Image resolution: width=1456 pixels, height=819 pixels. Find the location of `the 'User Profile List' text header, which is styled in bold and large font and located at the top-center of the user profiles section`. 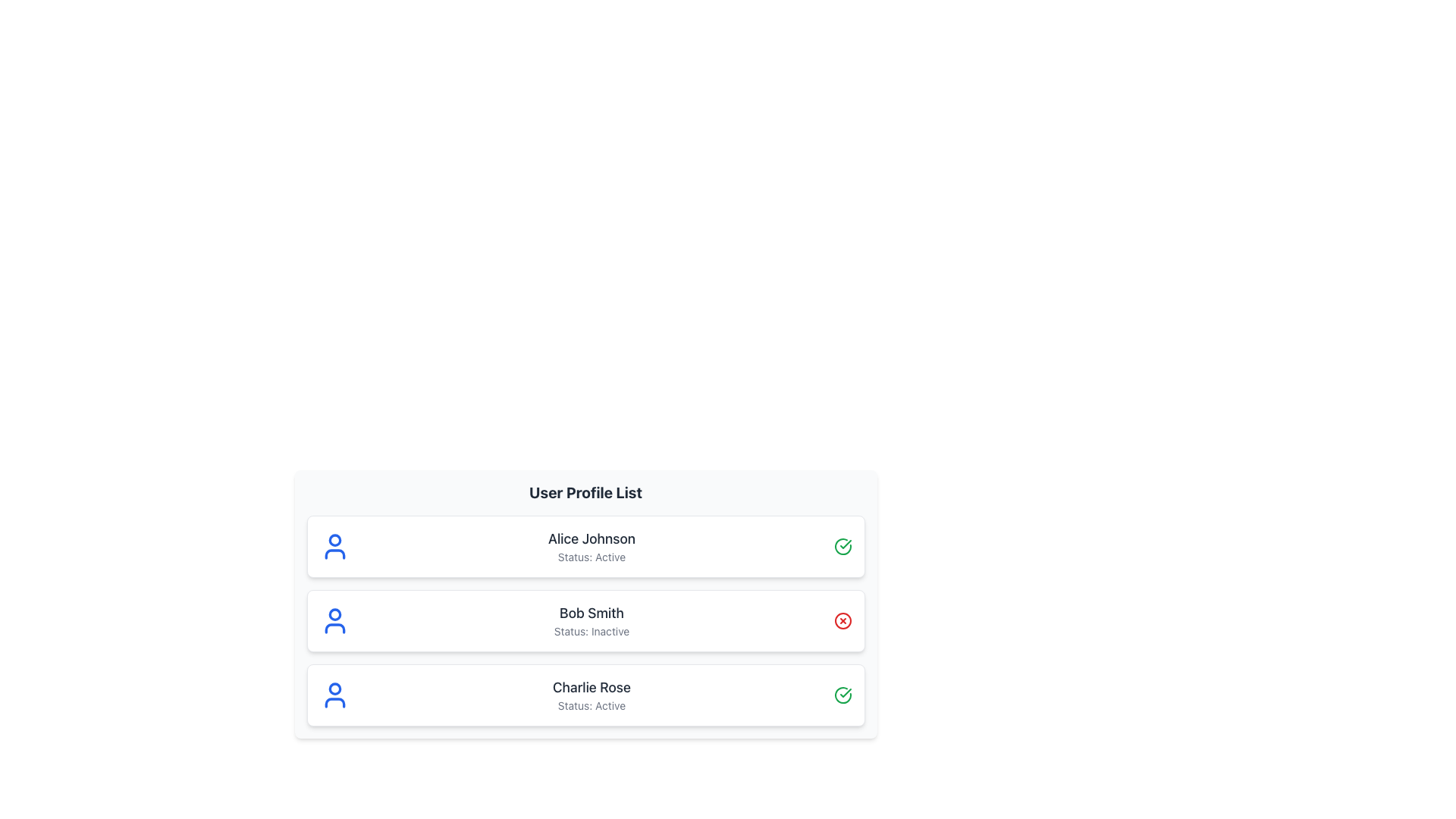

the 'User Profile List' text header, which is styled in bold and large font and located at the top-center of the user profiles section is located at coordinates (585, 493).